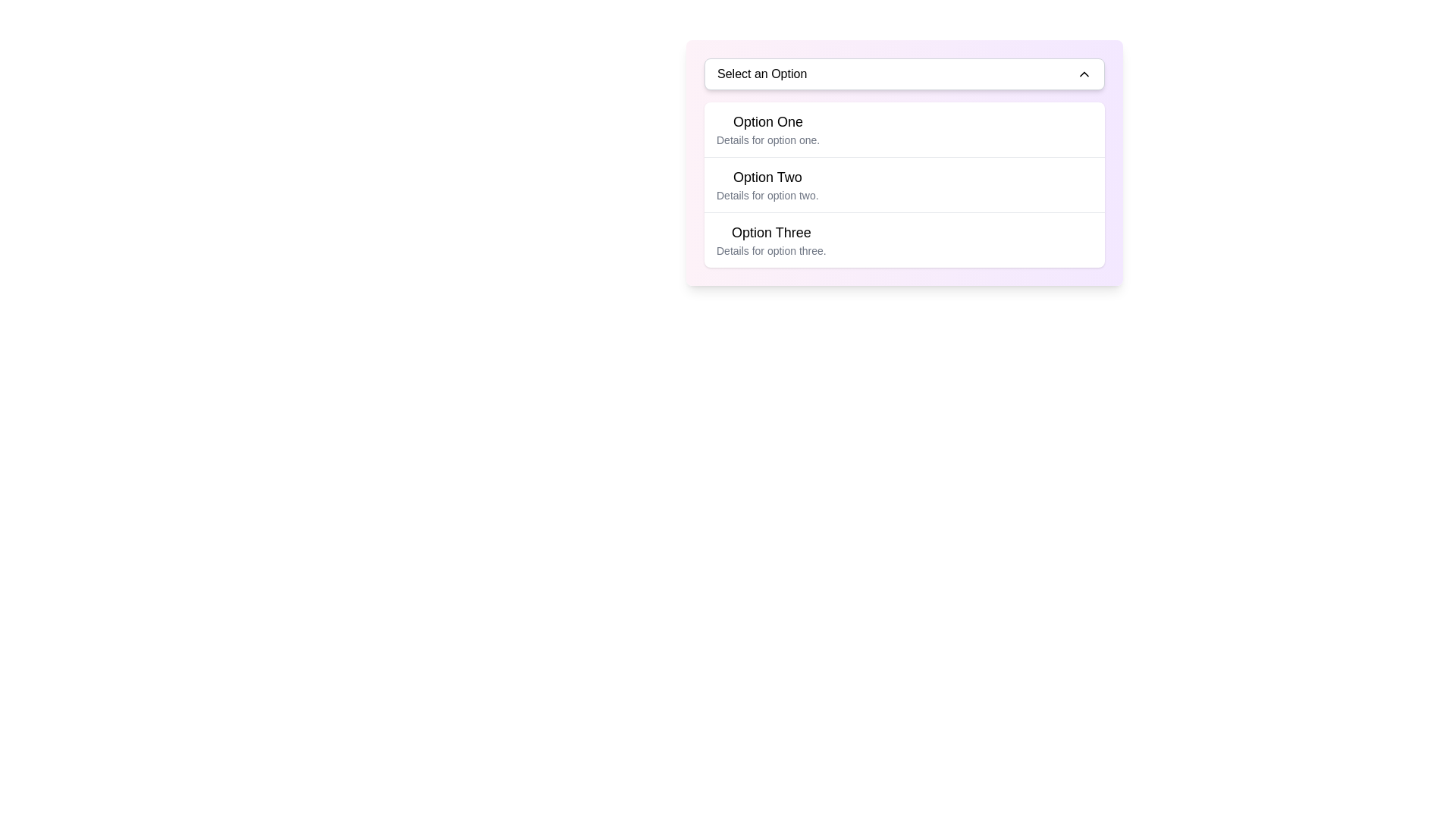 The image size is (1456, 819). I want to click on the static text label displaying 'Details for option three.' which is located below the 'Option Three' label in the dropdown interface, so click(771, 250).